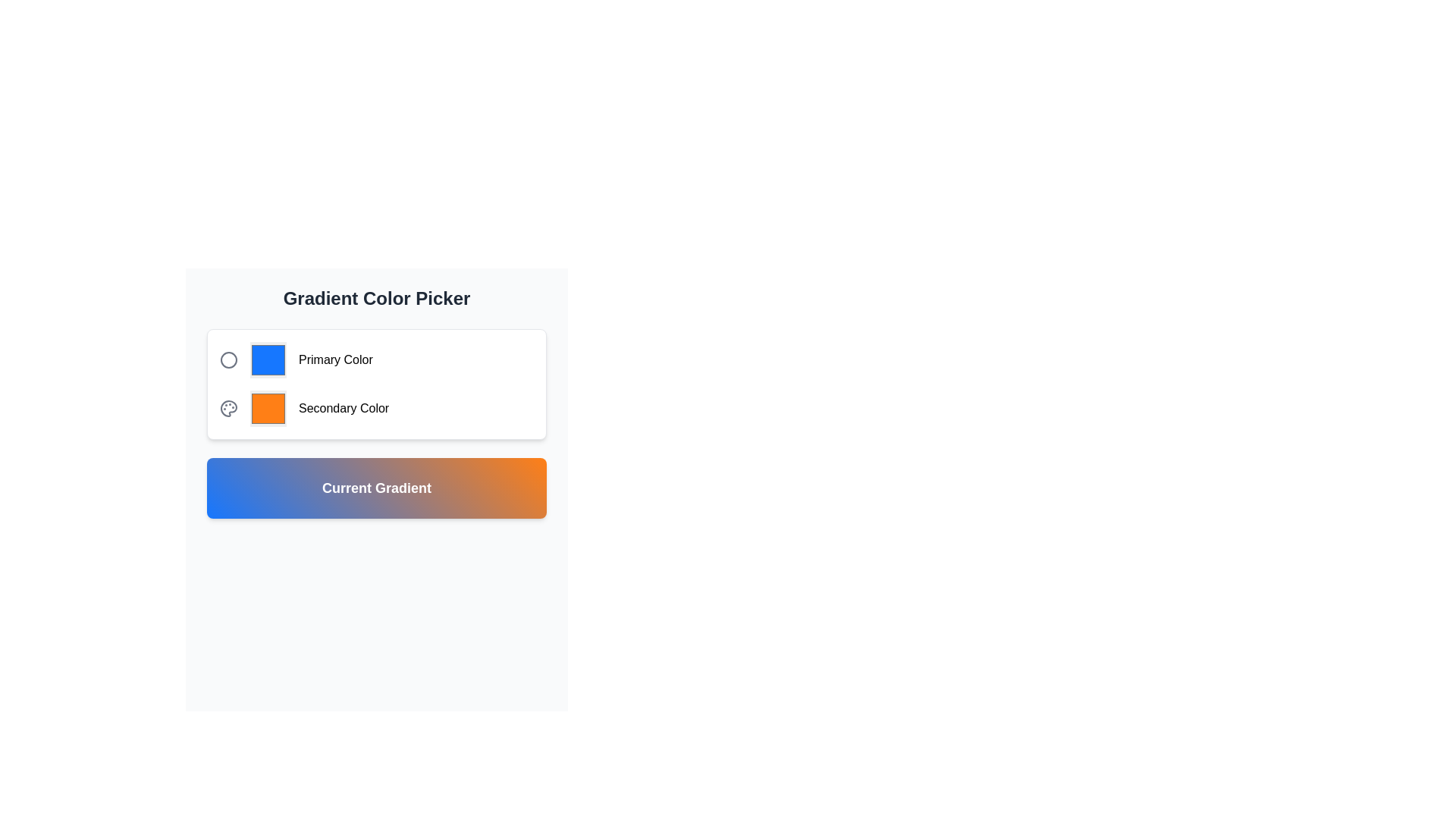 The image size is (1456, 819). Describe the element at coordinates (377, 488) in the screenshot. I see `the 'Current Gradient' text label, which is a white, bold, medium-large font label centered in a gradient area from blue to orange` at that location.